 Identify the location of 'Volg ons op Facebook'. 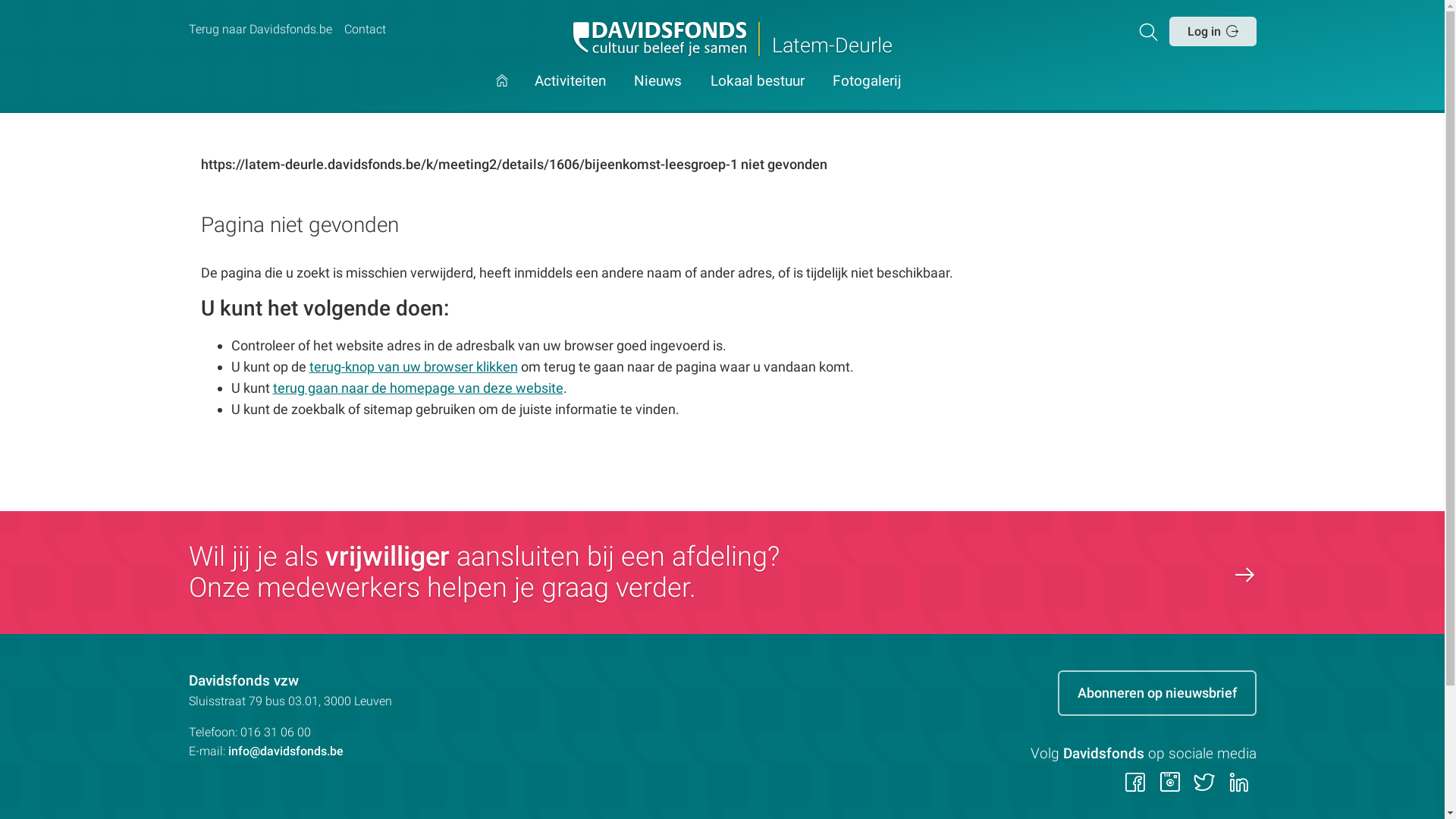
(1135, 783).